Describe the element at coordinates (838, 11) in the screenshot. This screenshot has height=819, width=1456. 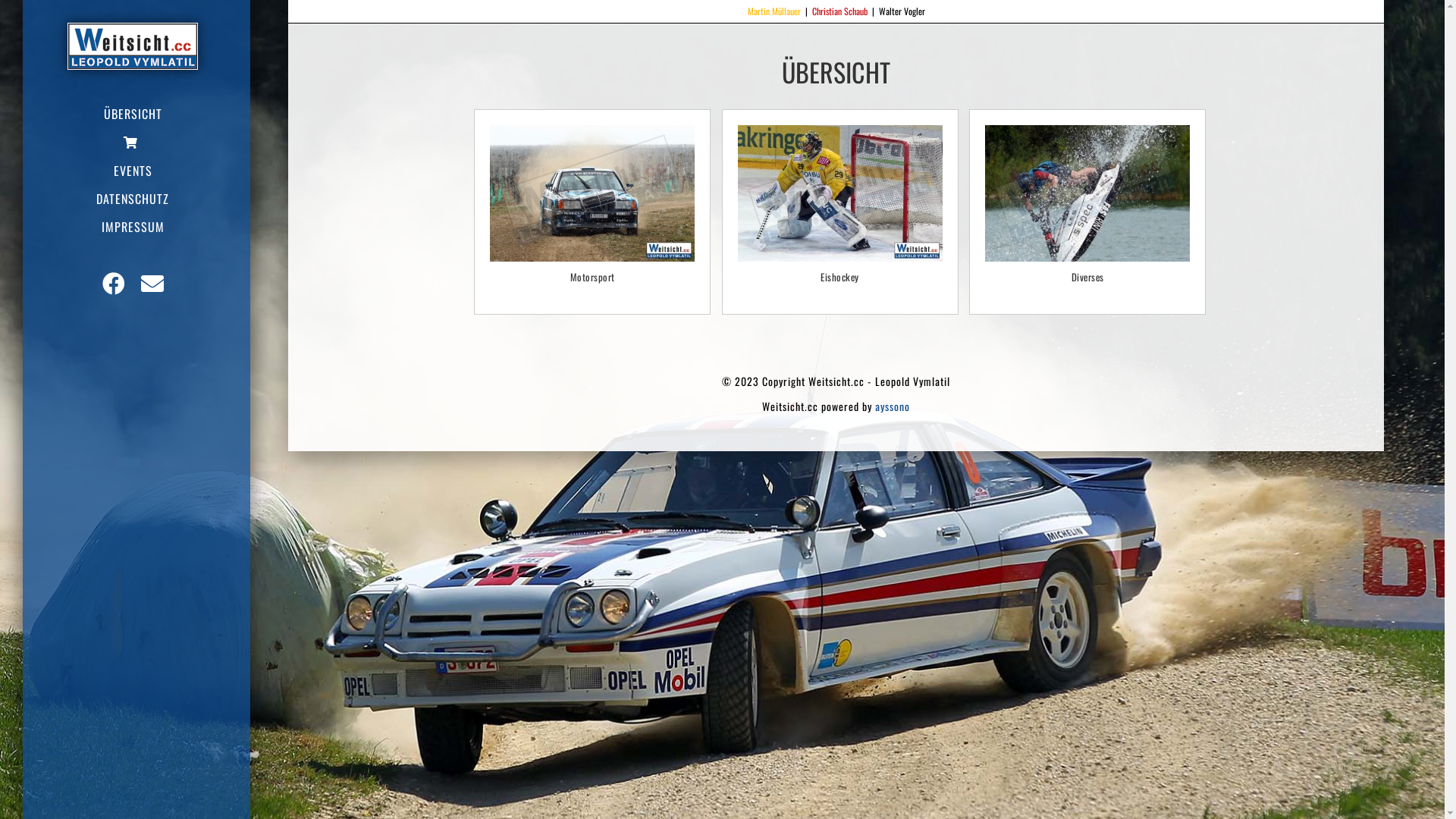
I see `'Christian Schaub'` at that location.